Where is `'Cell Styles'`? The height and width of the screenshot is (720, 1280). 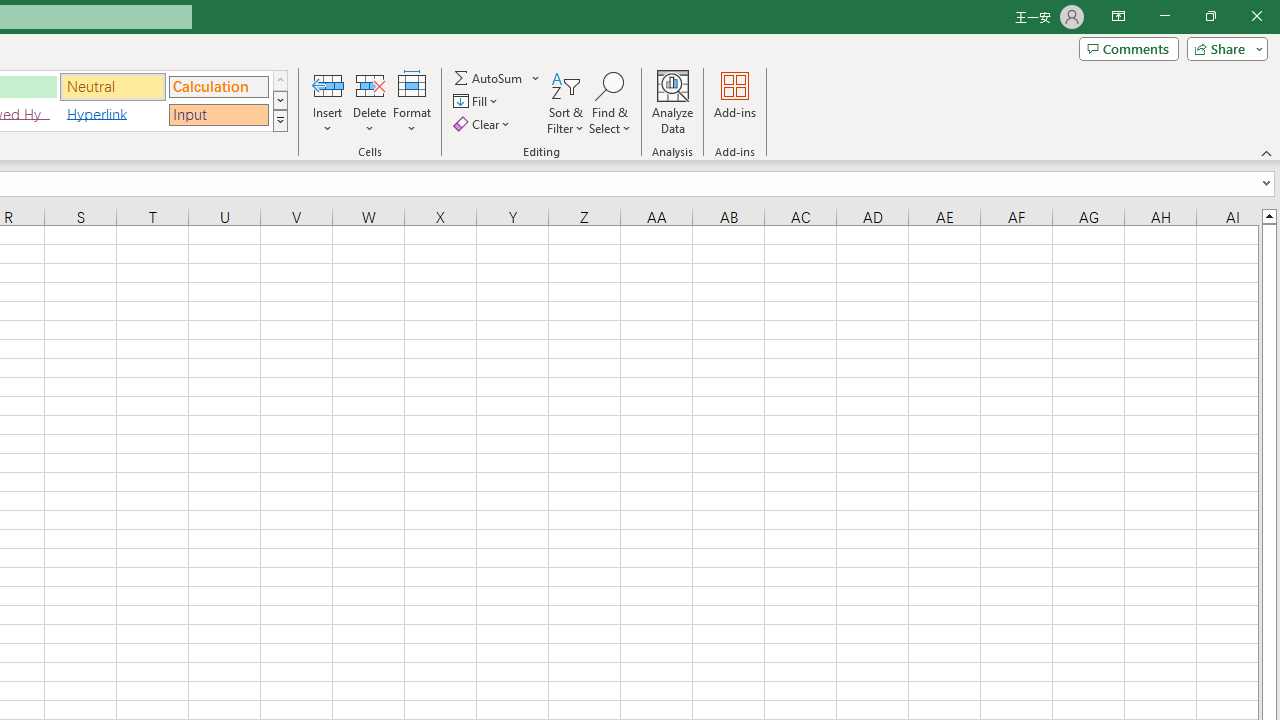
'Cell Styles' is located at coordinates (279, 120).